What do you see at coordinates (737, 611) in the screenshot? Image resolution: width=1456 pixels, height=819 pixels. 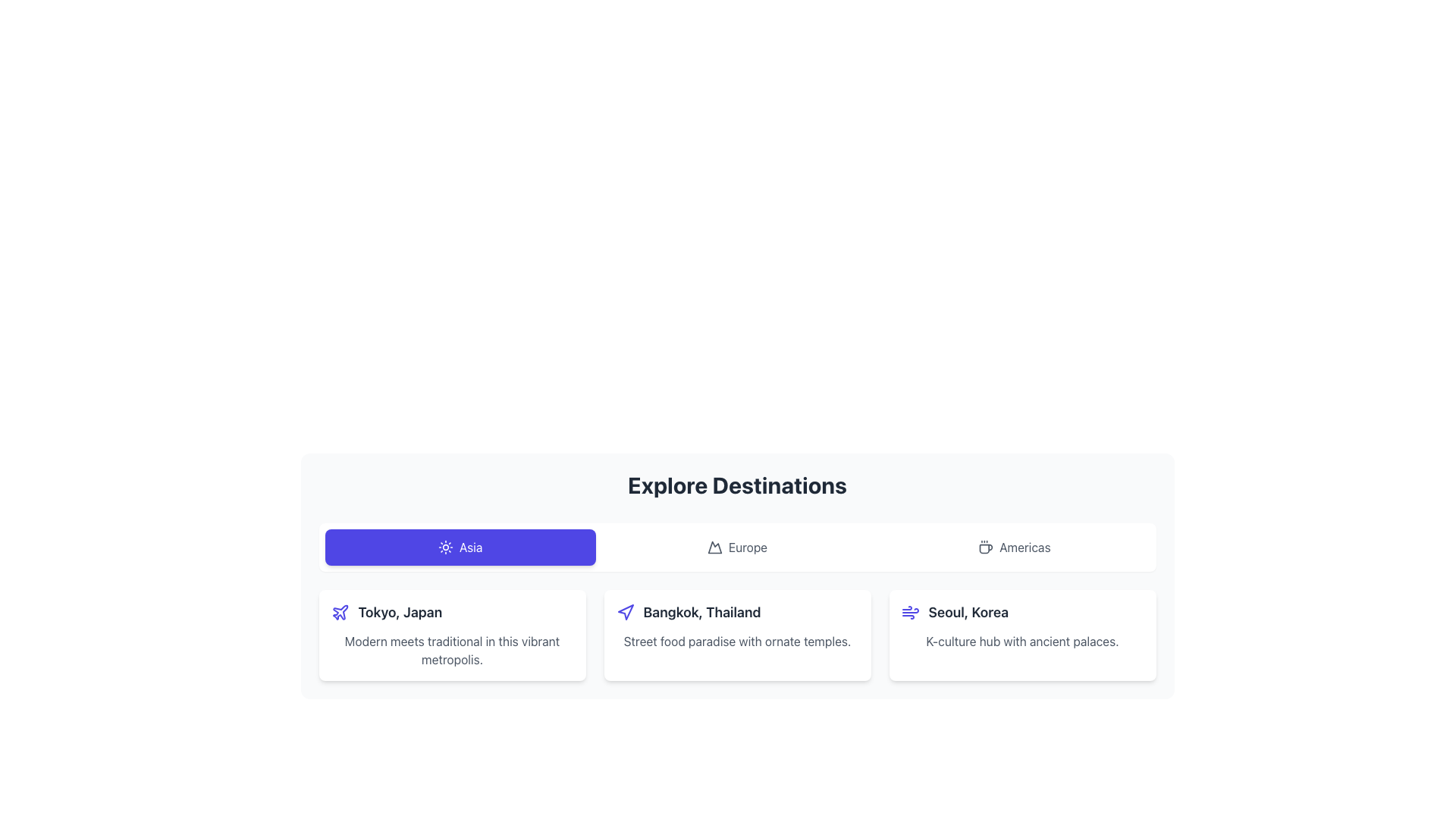 I see `the Text with icon (Destination title component) labeled 'Bangkok, Thailand'` at bounding box center [737, 611].